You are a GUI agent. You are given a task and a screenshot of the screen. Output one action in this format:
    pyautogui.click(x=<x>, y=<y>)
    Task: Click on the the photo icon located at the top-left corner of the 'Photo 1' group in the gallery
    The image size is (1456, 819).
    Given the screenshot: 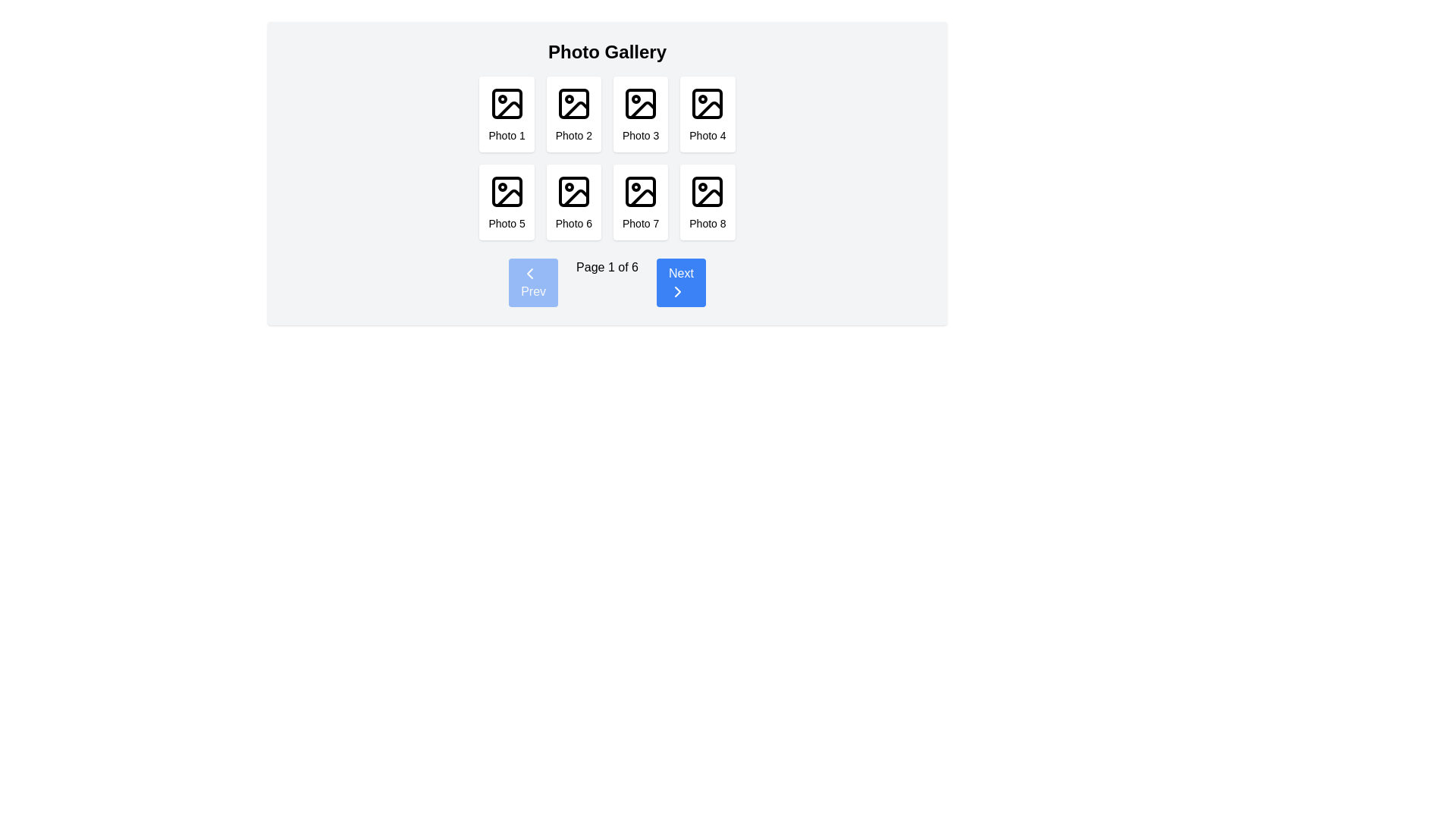 What is the action you would take?
    pyautogui.click(x=507, y=103)
    